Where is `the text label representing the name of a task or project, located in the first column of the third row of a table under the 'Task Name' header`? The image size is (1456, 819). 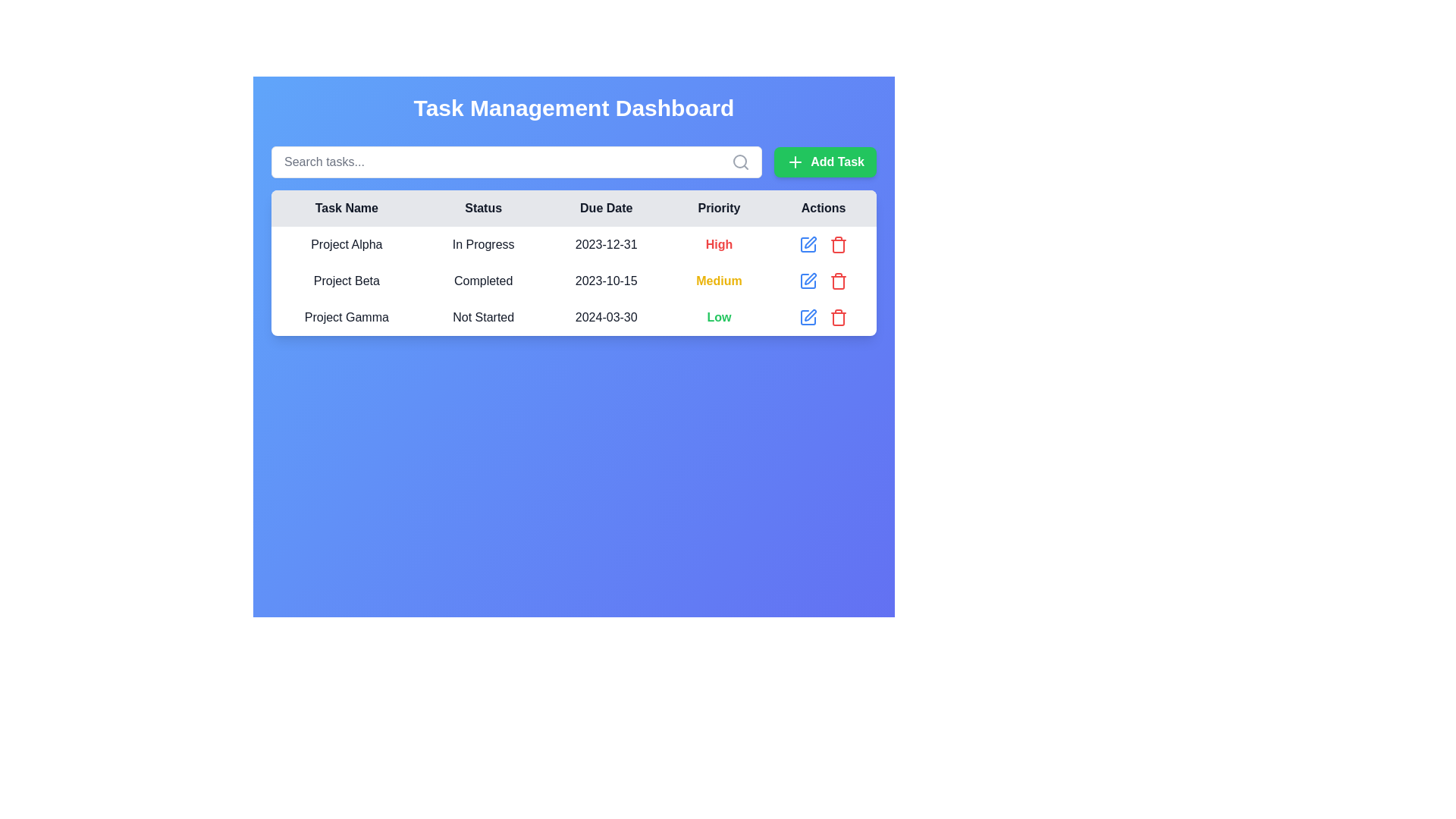 the text label representing the name of a task or project, located in the first column of the third row of a table under the 'Task Name' header is located at coordinates (346, 317).